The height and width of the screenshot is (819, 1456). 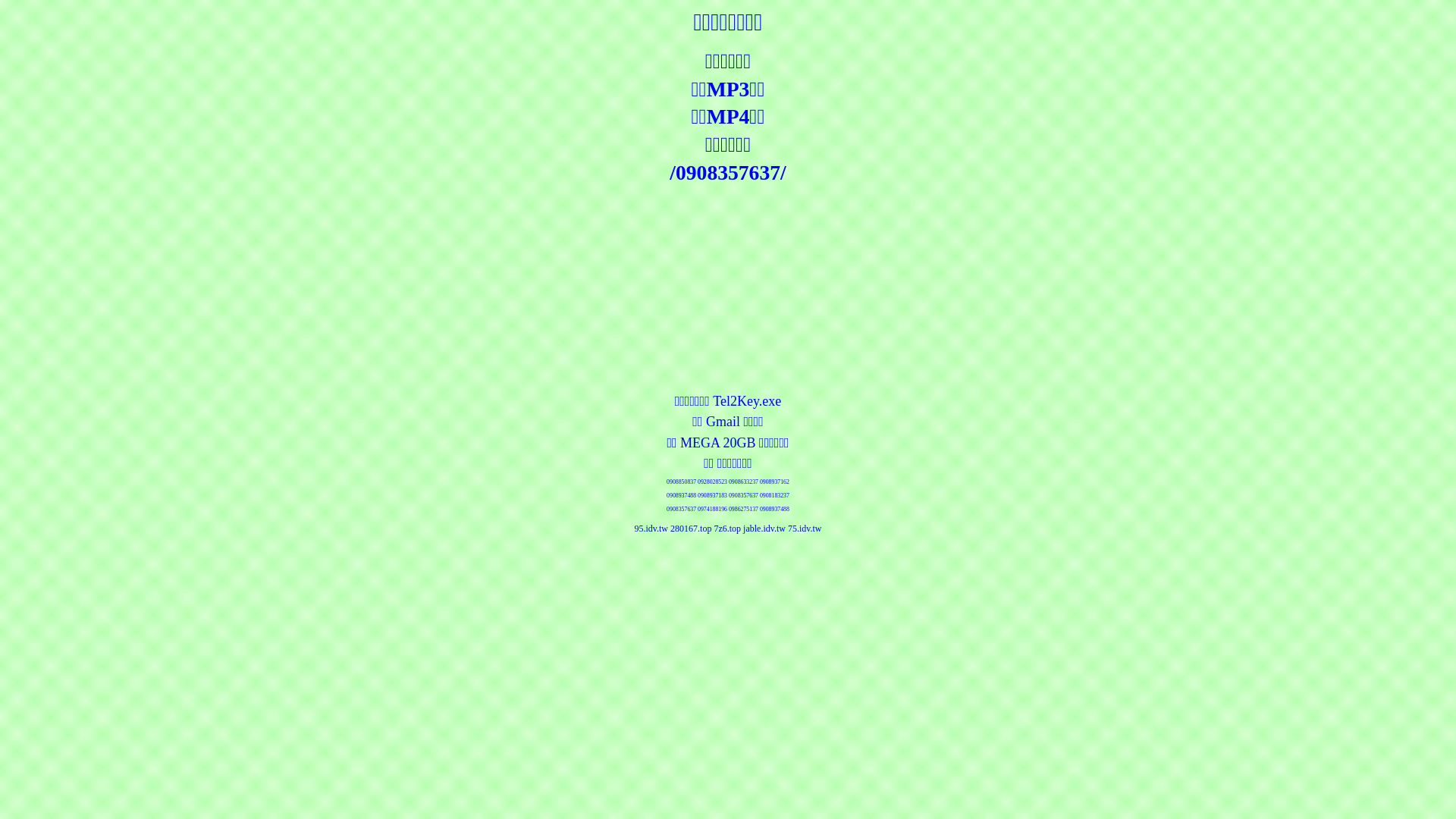 I want to click on '0908633237', so click(x=743, y=482).